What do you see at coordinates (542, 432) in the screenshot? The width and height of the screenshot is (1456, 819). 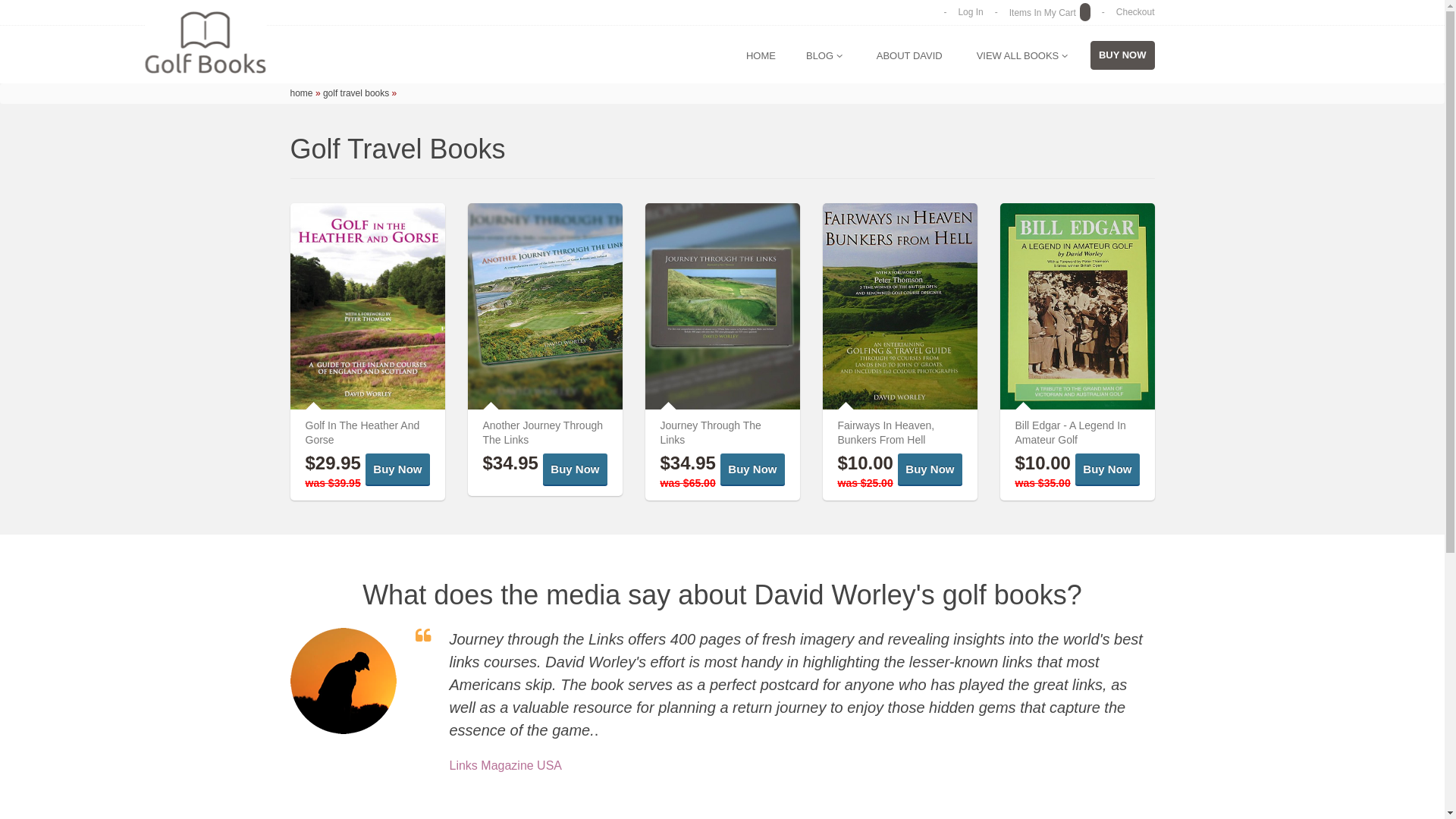 I see `'Another Journey Through The Links'` at bounding box center [542, 432].